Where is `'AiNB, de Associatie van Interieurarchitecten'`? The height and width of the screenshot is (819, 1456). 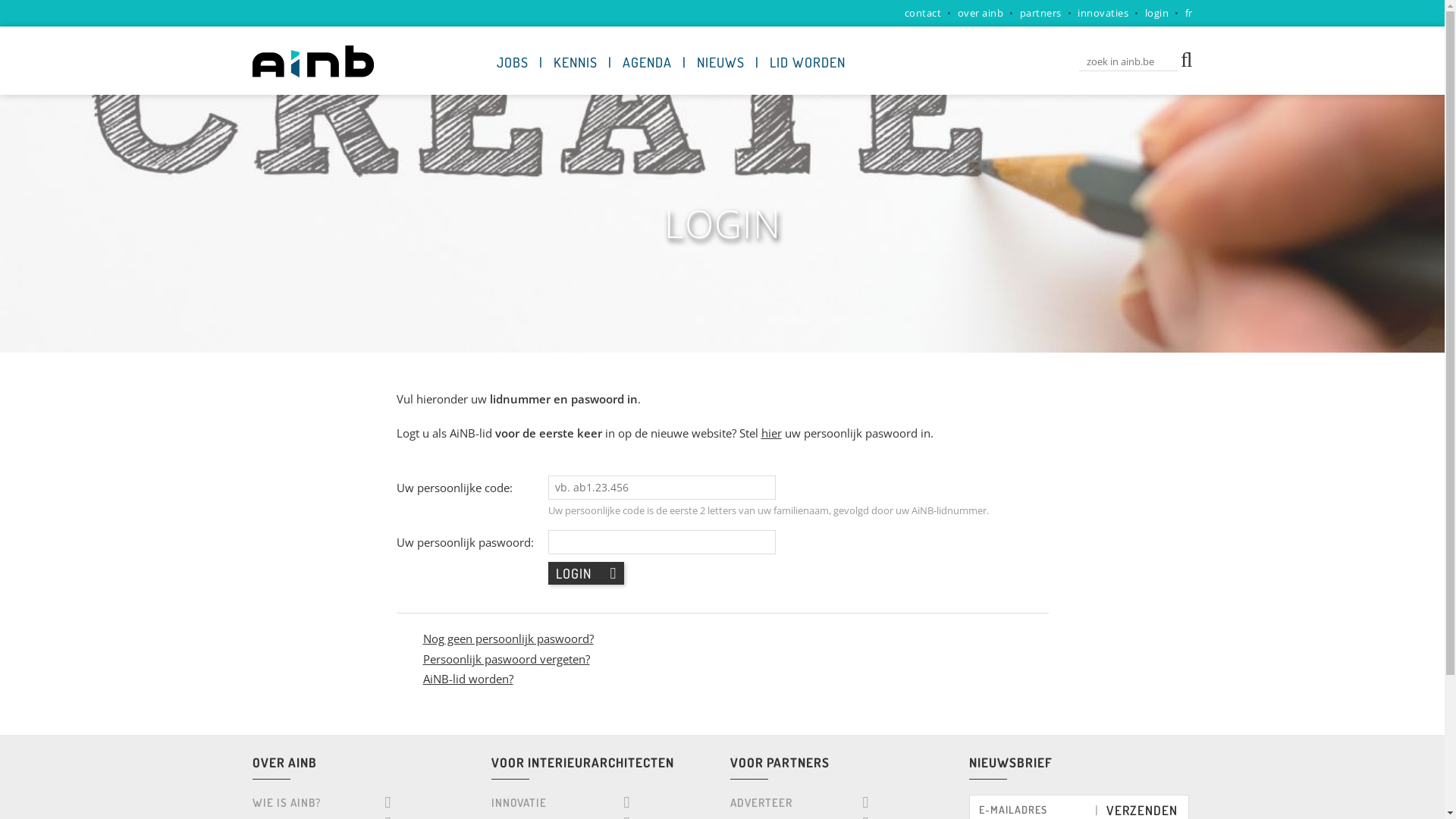
'AiNB, de Associatie van Interieurarchitecten' is located at coordinates (312, 61).